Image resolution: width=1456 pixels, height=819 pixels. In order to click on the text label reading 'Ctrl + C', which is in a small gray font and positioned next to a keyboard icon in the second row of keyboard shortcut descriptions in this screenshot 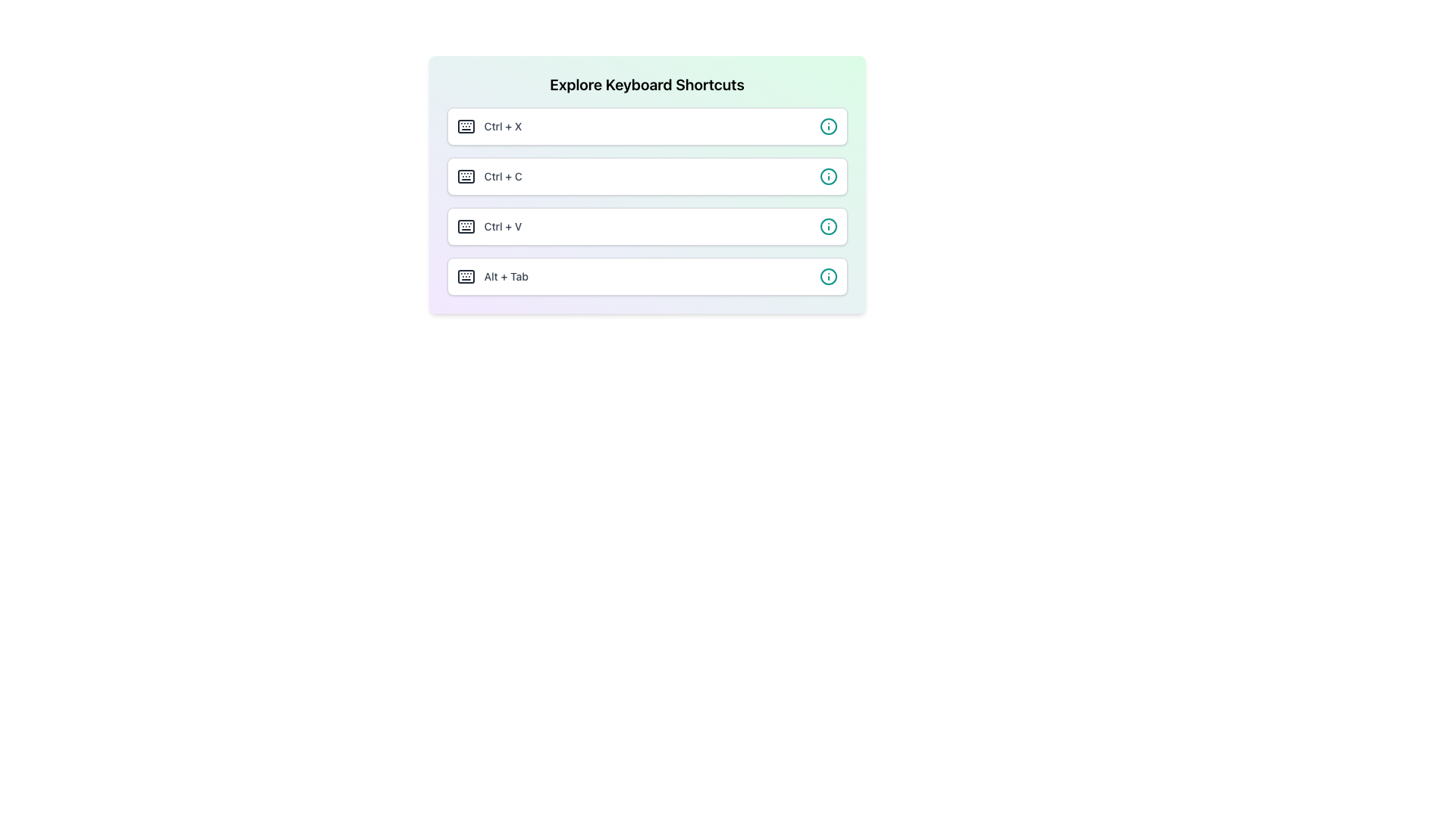, I will do `click(503, 175)`.